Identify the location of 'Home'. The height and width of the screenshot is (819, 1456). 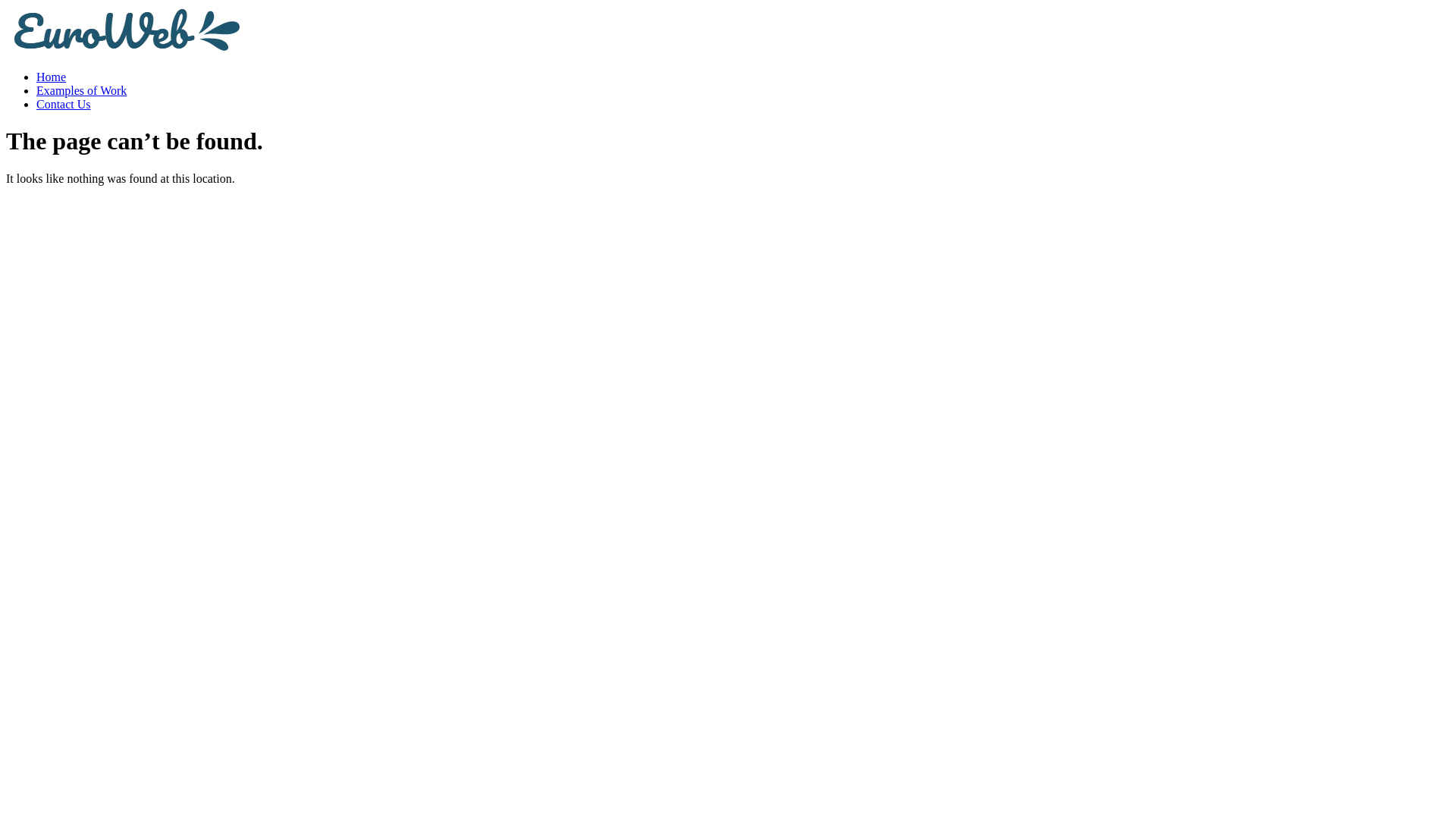
(51, 77).